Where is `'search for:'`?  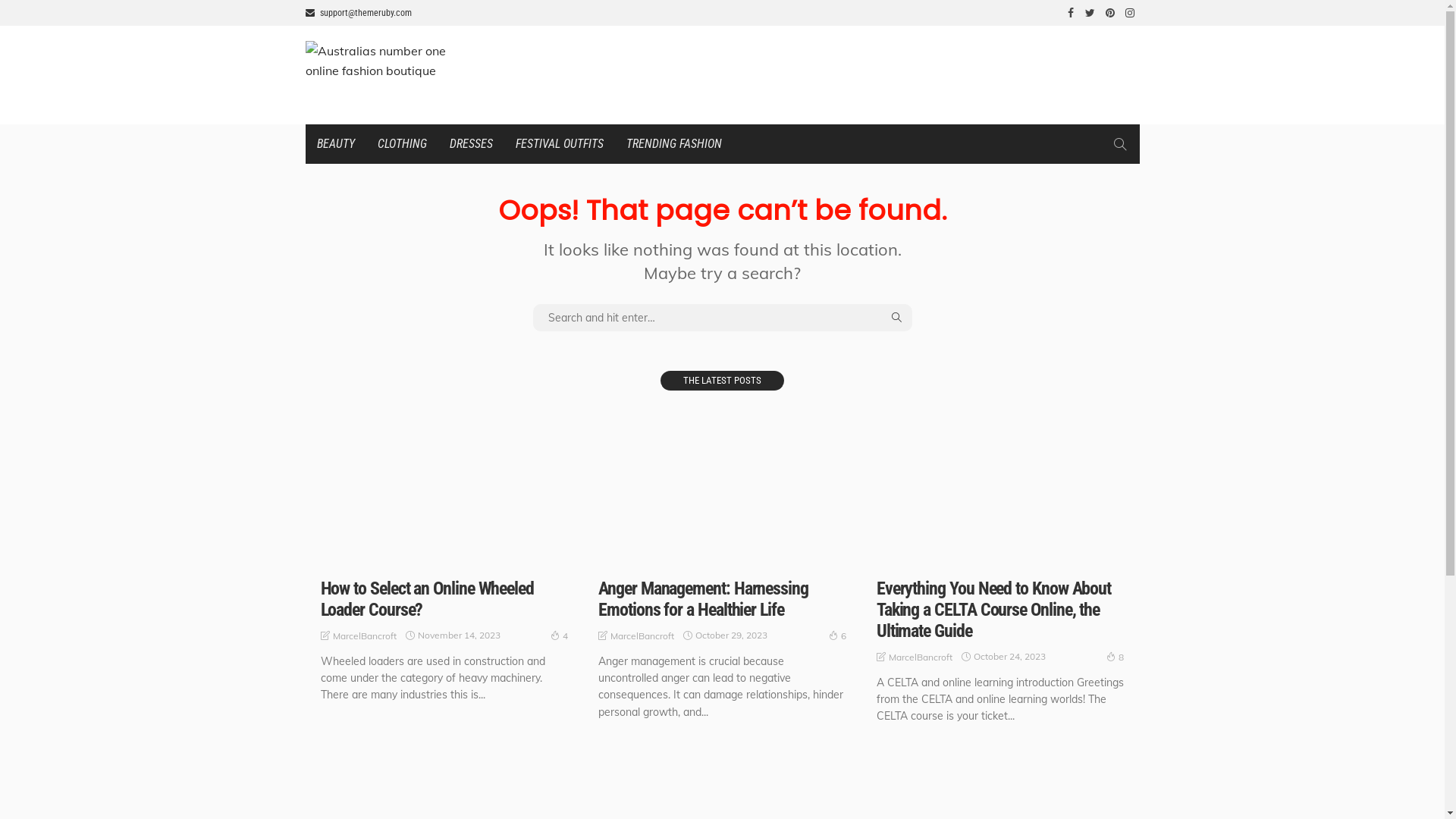 'search for:' is located at coordinates (720, 317).